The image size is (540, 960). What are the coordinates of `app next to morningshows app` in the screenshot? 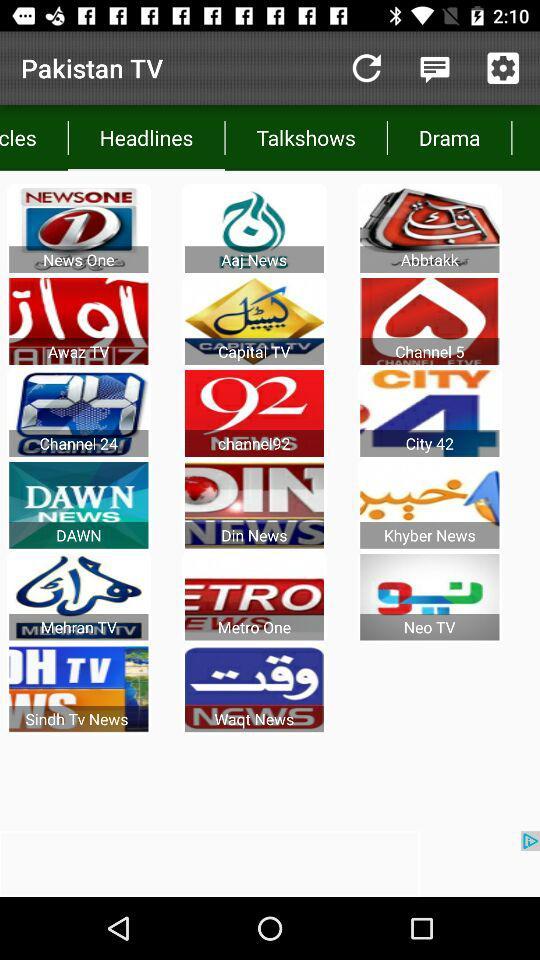 It's located at (449, 136).